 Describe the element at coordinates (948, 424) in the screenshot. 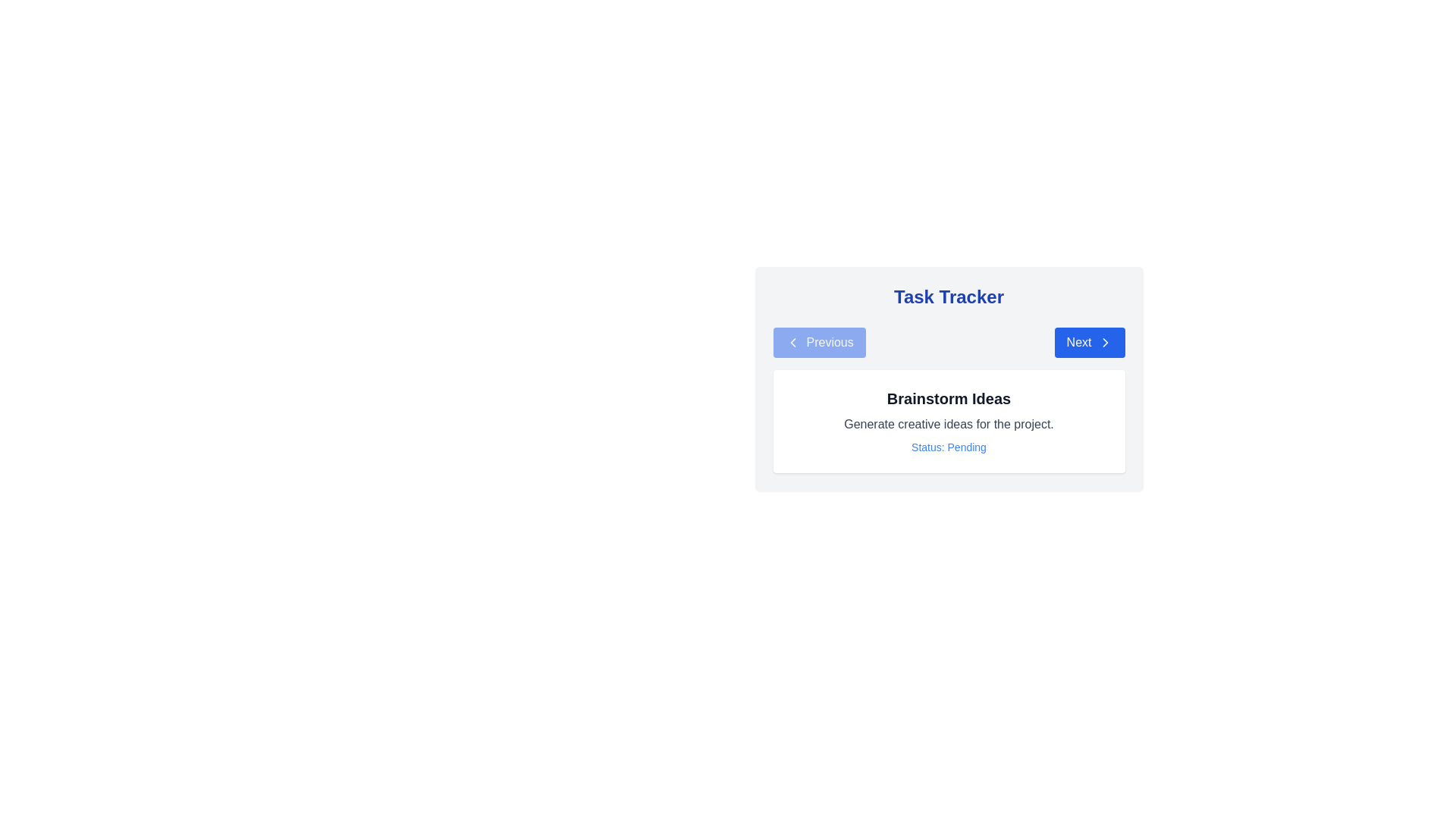

I see `the static text label that provides descriptive information about the task 'Brainstorm Ideas' in the Task Tracker interface` at that location.